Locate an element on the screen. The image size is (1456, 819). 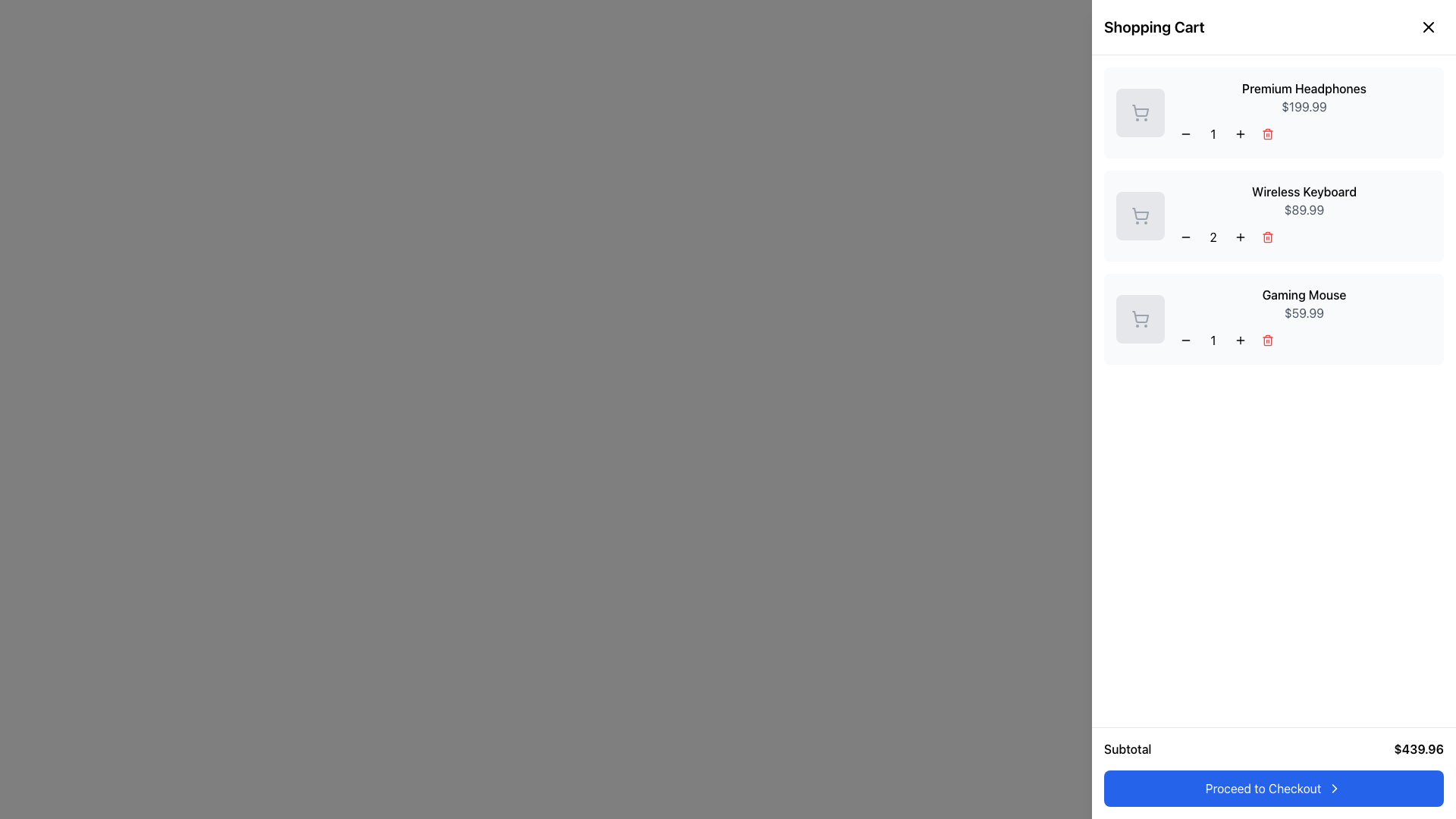
the deletion icon button located in the shopping cart interface is located at coordinates (1267, 133).